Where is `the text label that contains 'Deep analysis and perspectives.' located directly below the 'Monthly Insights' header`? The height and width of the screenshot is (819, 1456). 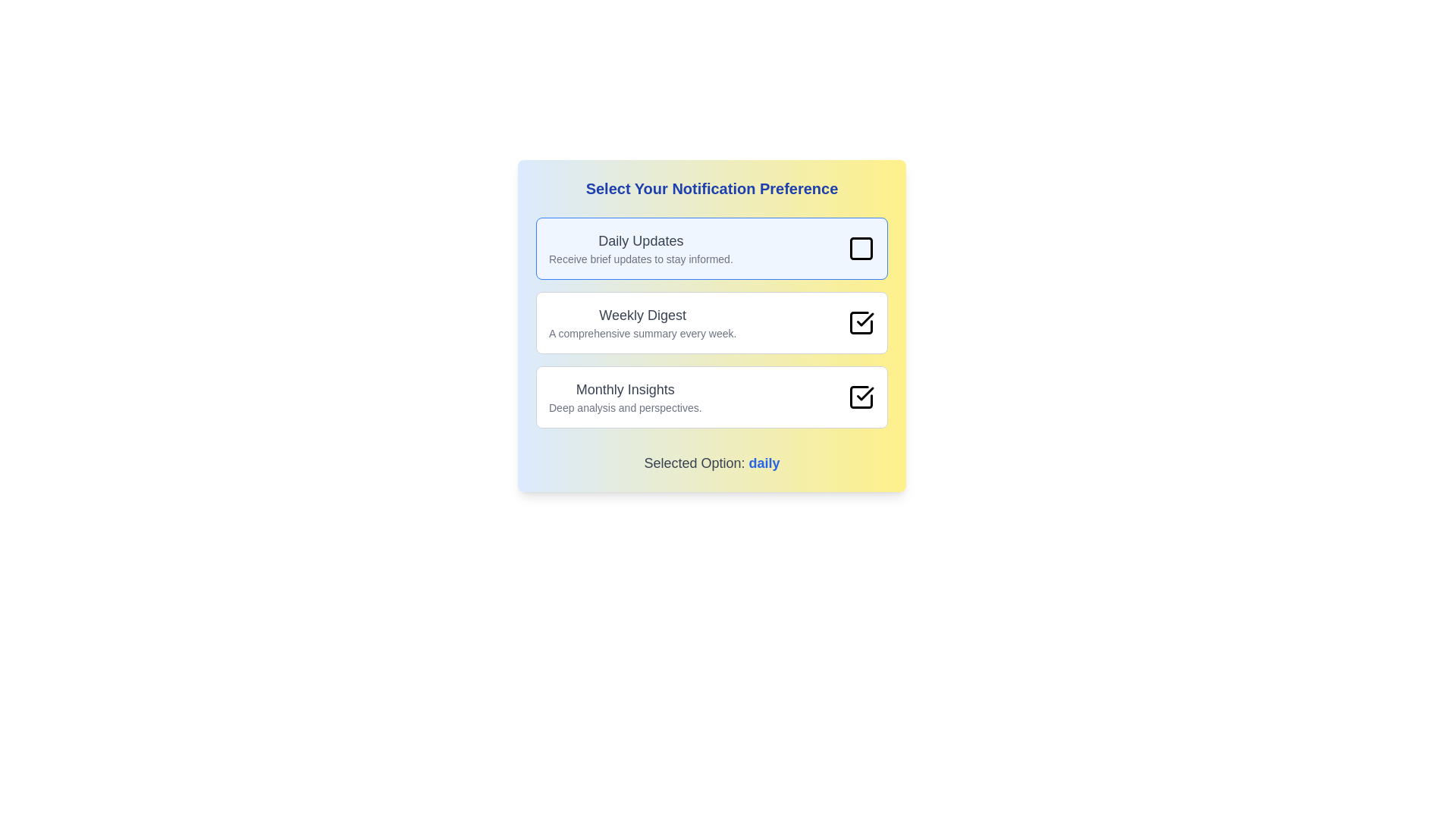
the text label that contains 'Deep analysis and perspectives.' located directly below the 'Monthly Insights' header is located at coordinates (625, 406).